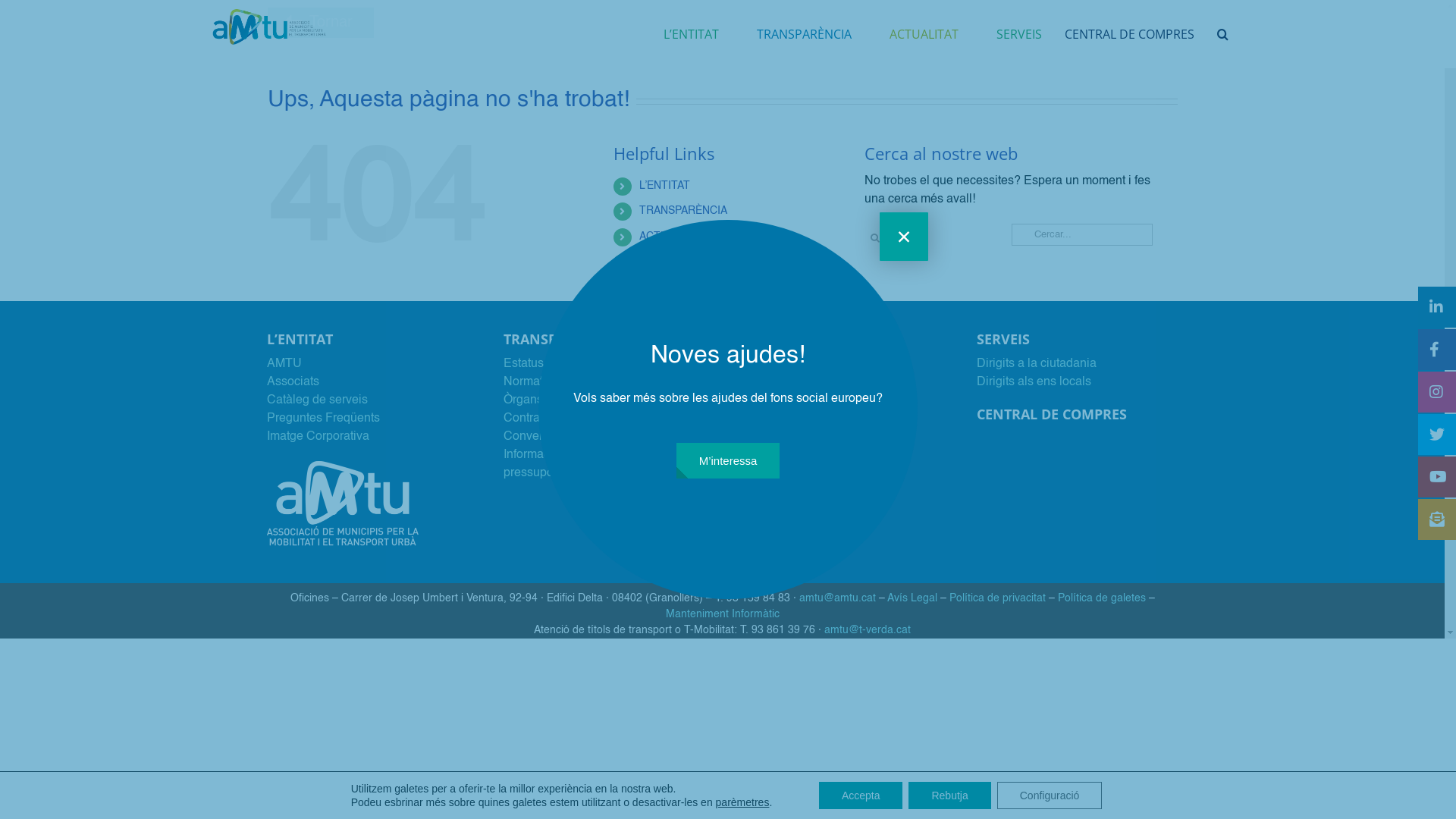  What do you see at coordinates (949, 795) in the screenshot?
I see `'Rebutja'` at bounding box center [949, 795].